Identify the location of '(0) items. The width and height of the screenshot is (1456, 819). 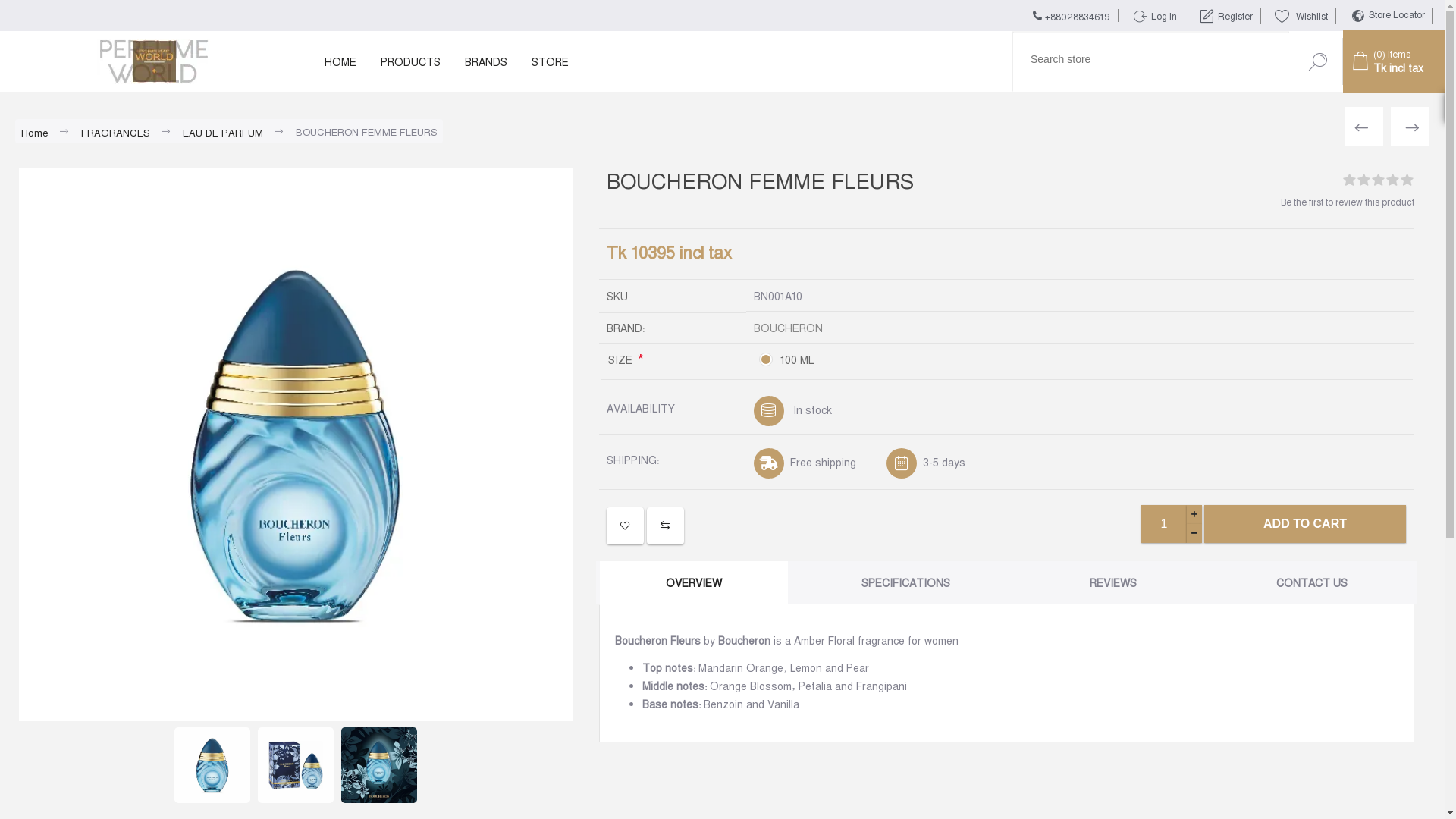
(1353, 61).